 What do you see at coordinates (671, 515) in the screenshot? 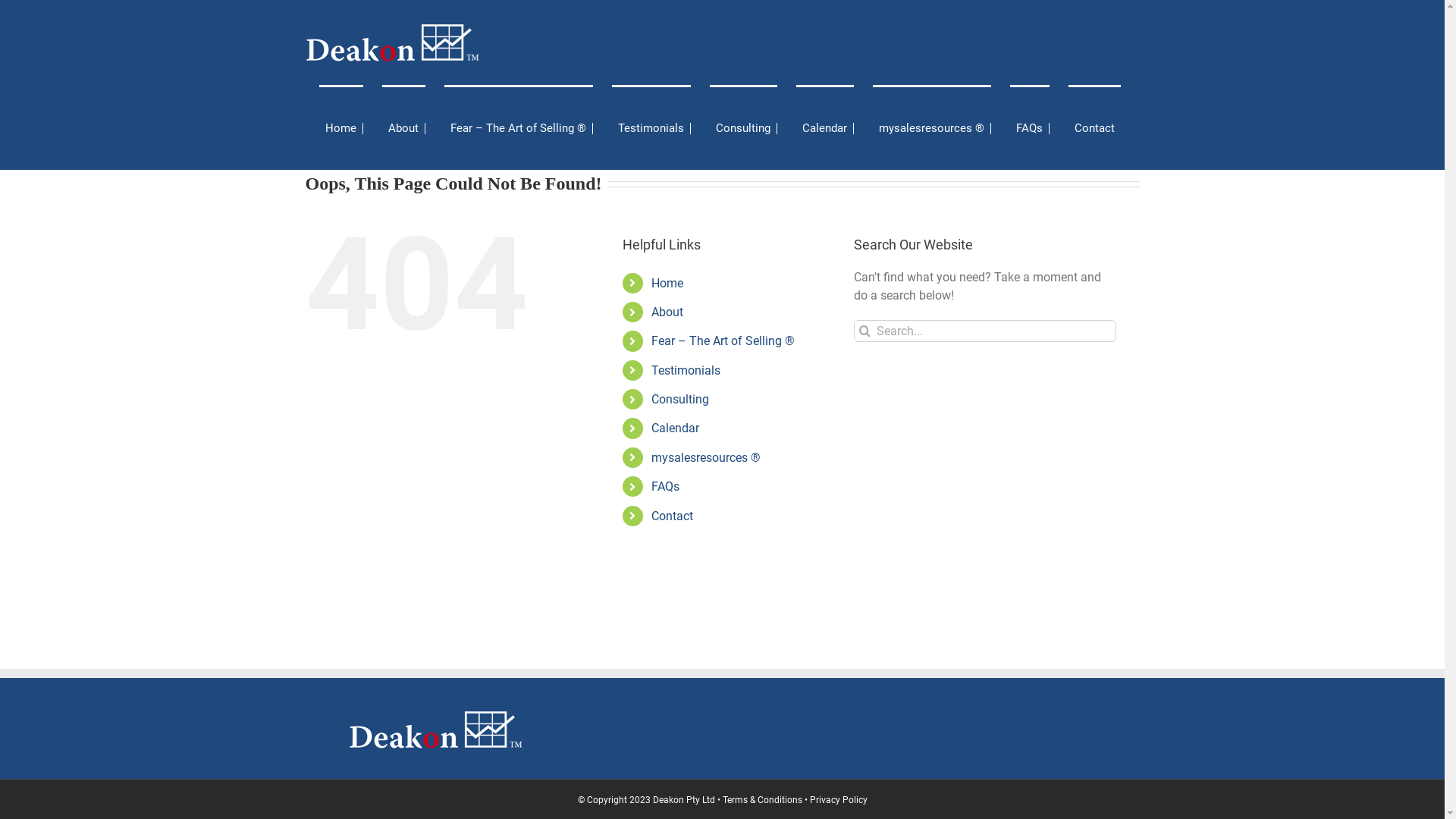
I see `'Contact'` at bounding box center [671, 515].